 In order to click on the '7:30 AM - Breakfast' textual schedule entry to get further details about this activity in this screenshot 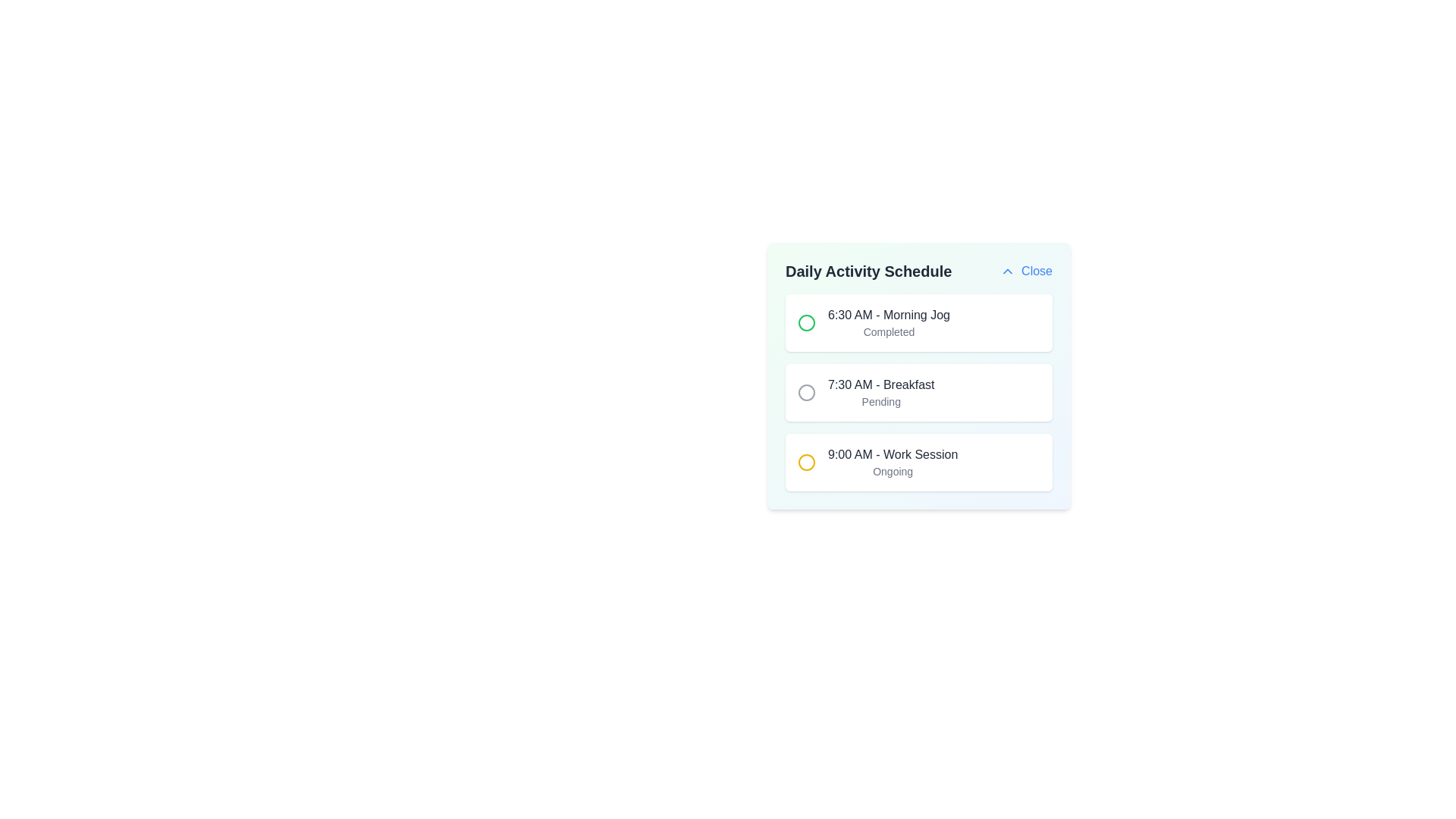, I will do `click(880, 391)`.